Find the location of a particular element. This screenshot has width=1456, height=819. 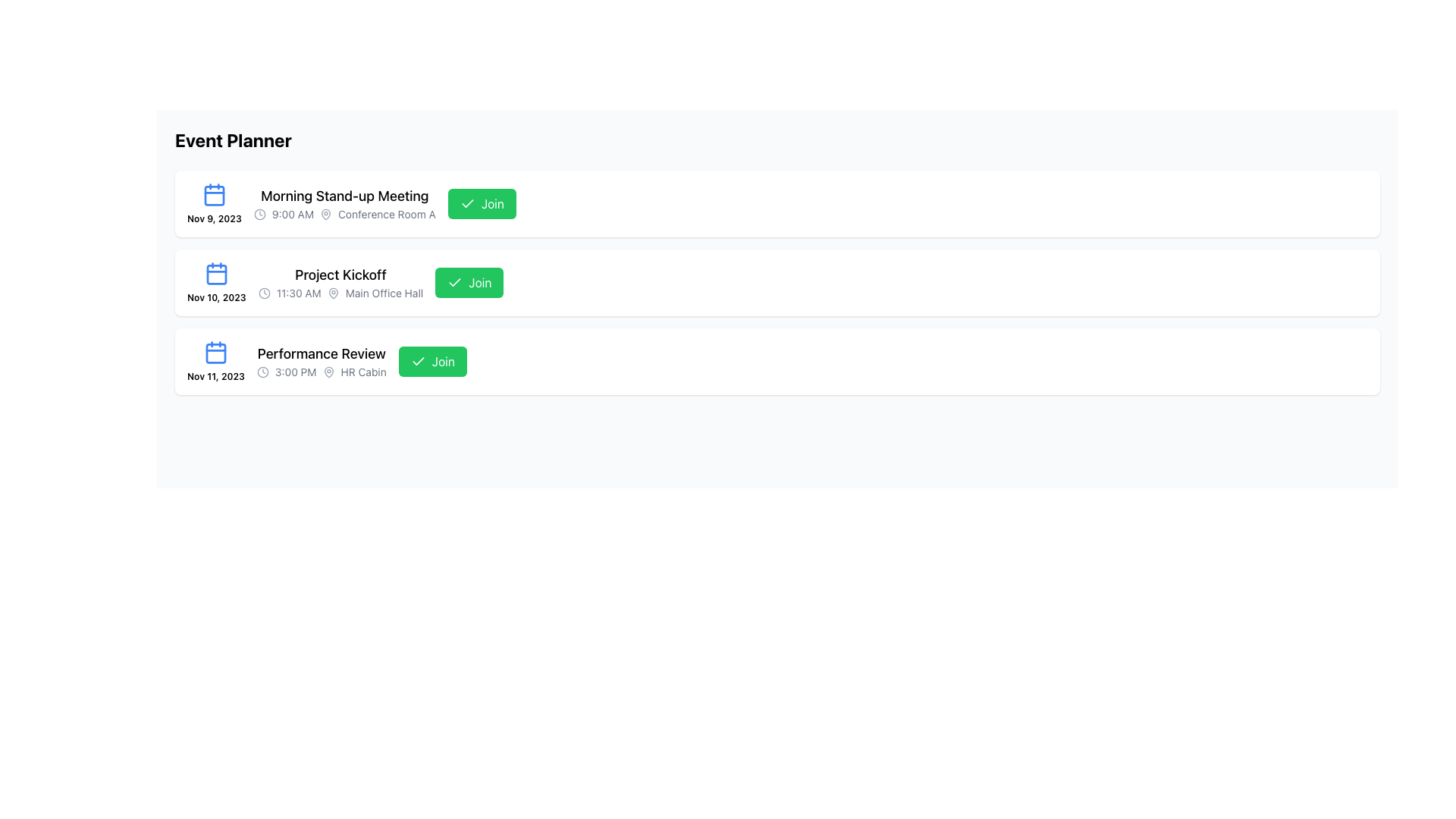

the clock icon located to the left of the '11:30 AM' text for the event 'Project Kickoff', which is positioned above 'Main Office Hall' is located at coordinates (264, 293).